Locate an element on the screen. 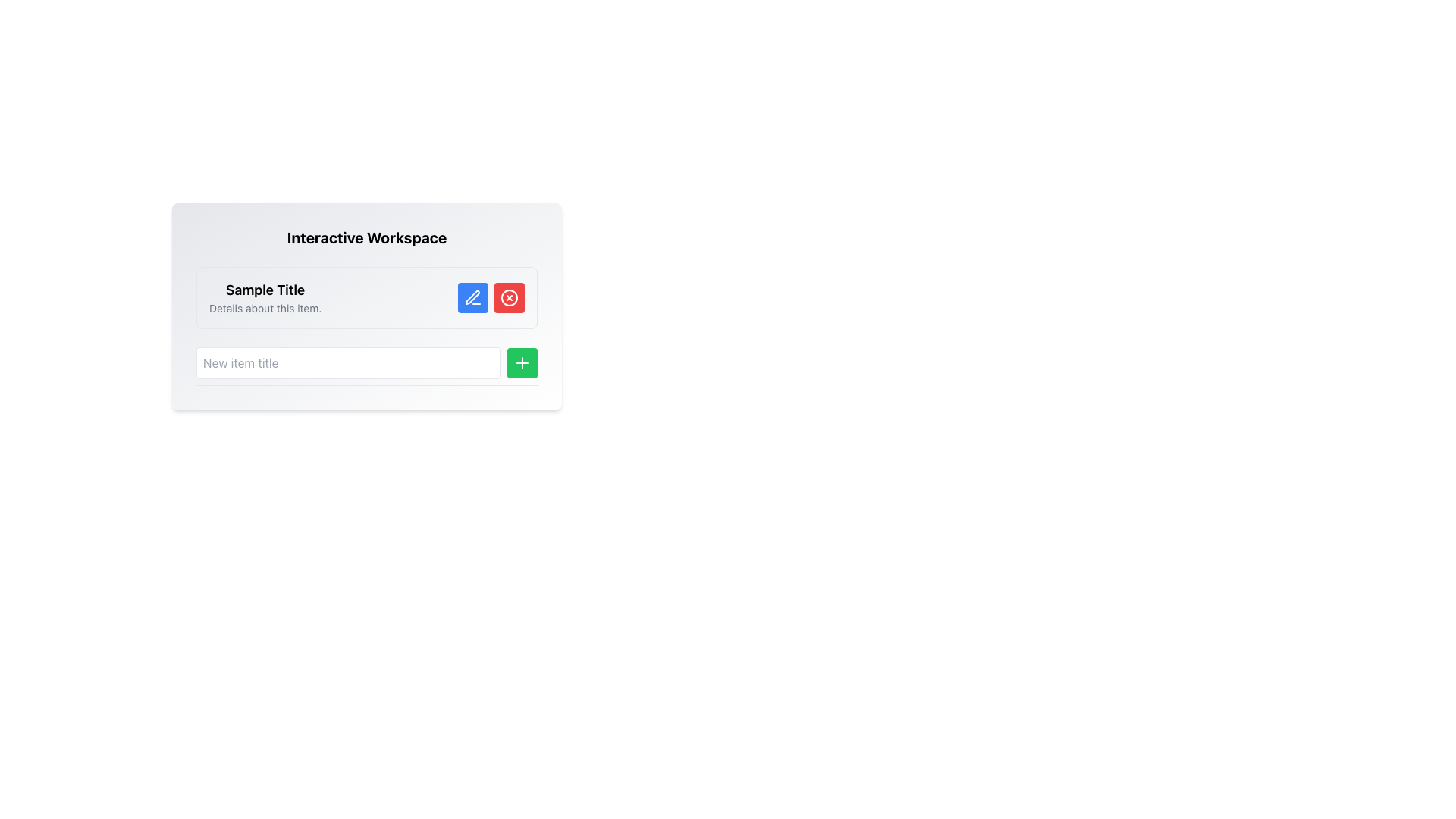 This screenshot has height=819, width=1456. content from the Informational Section titled 'Interactive Workspace', which includes the subsection 'Sample Title' and details about the item is located at coordinates (367, 306).